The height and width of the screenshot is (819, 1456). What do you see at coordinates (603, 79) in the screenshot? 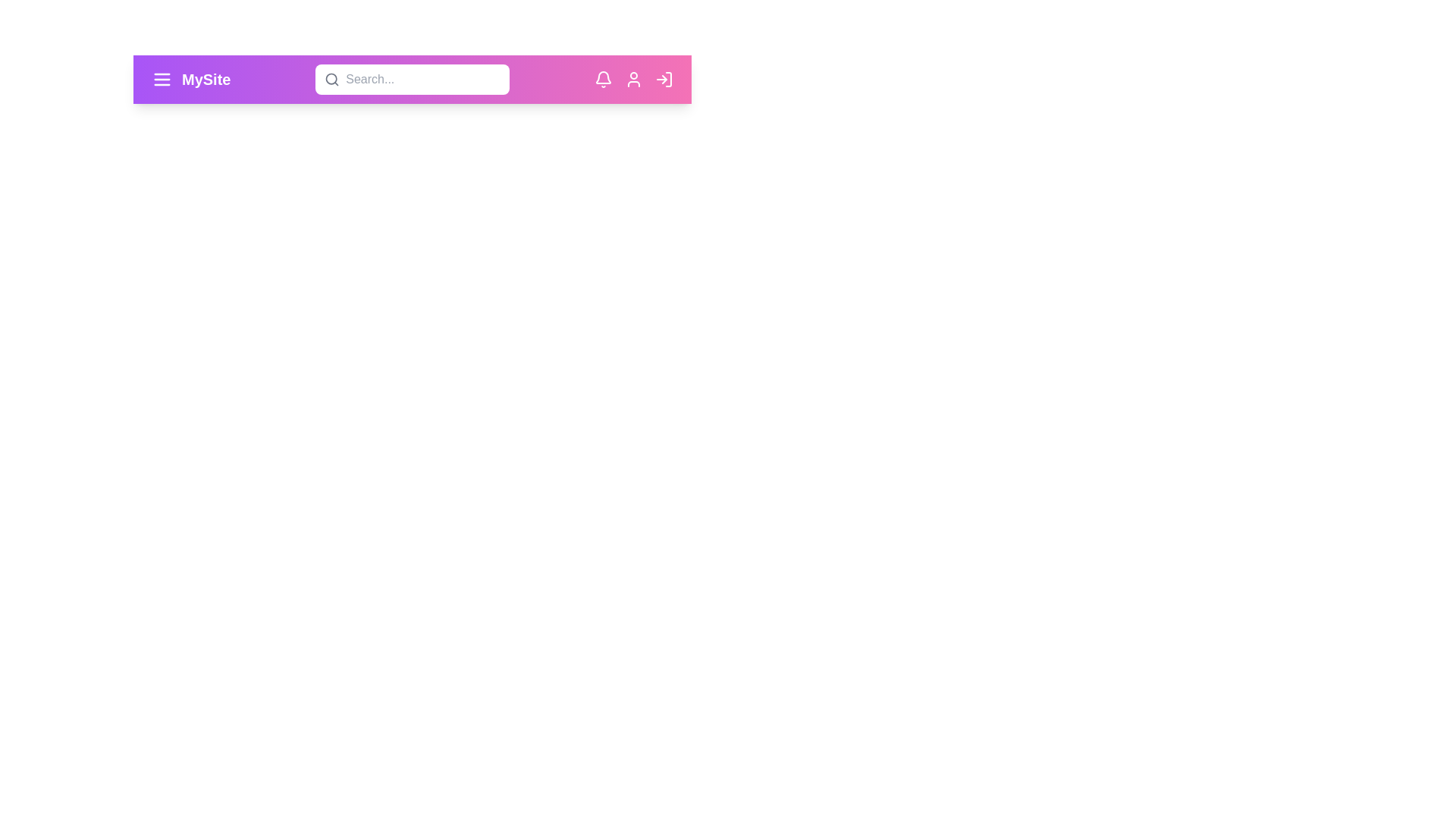
I see `the notification icon to view notifications` at bounding box center [603, 79].